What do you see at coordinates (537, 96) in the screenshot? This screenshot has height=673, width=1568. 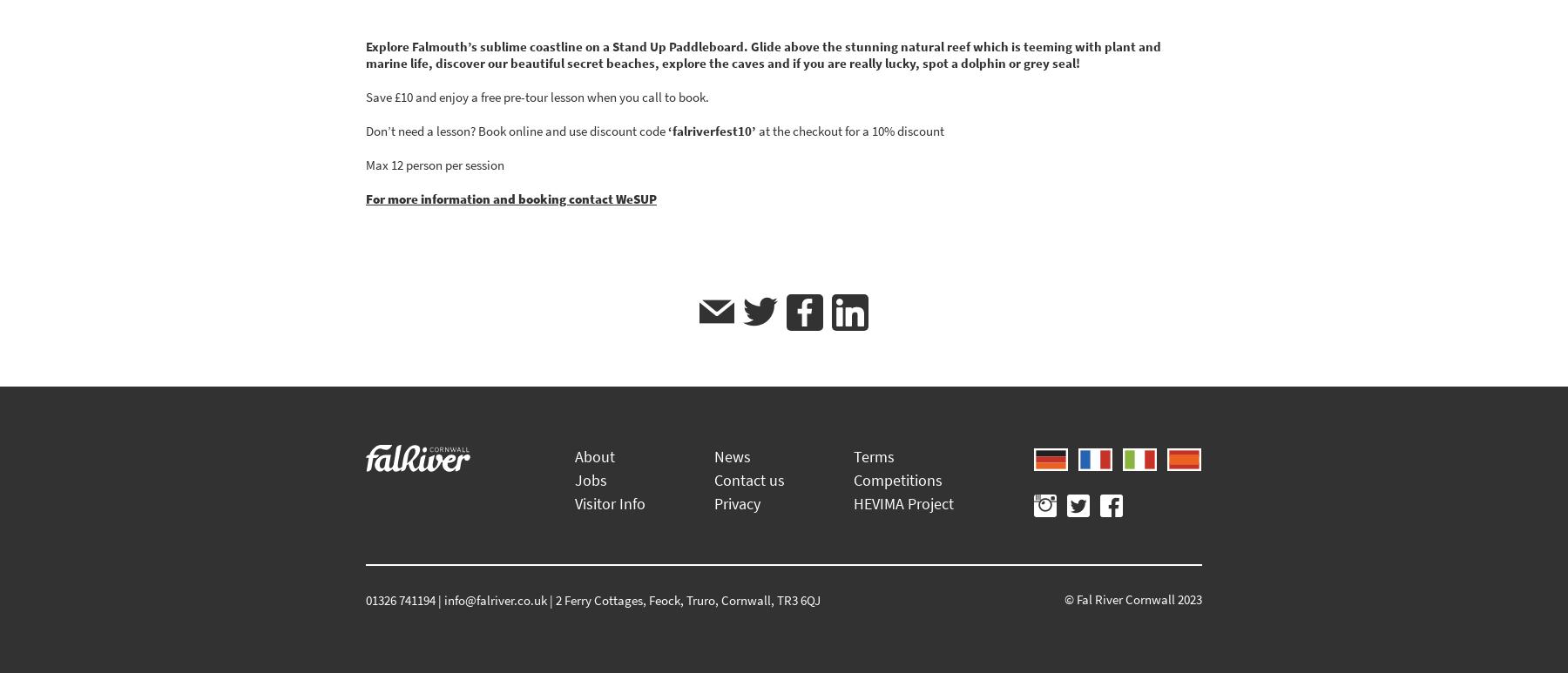 I see `'Save £10 and enjoy a free pre-tour lesson when you call to book.'` at bounding box center [537, 96].